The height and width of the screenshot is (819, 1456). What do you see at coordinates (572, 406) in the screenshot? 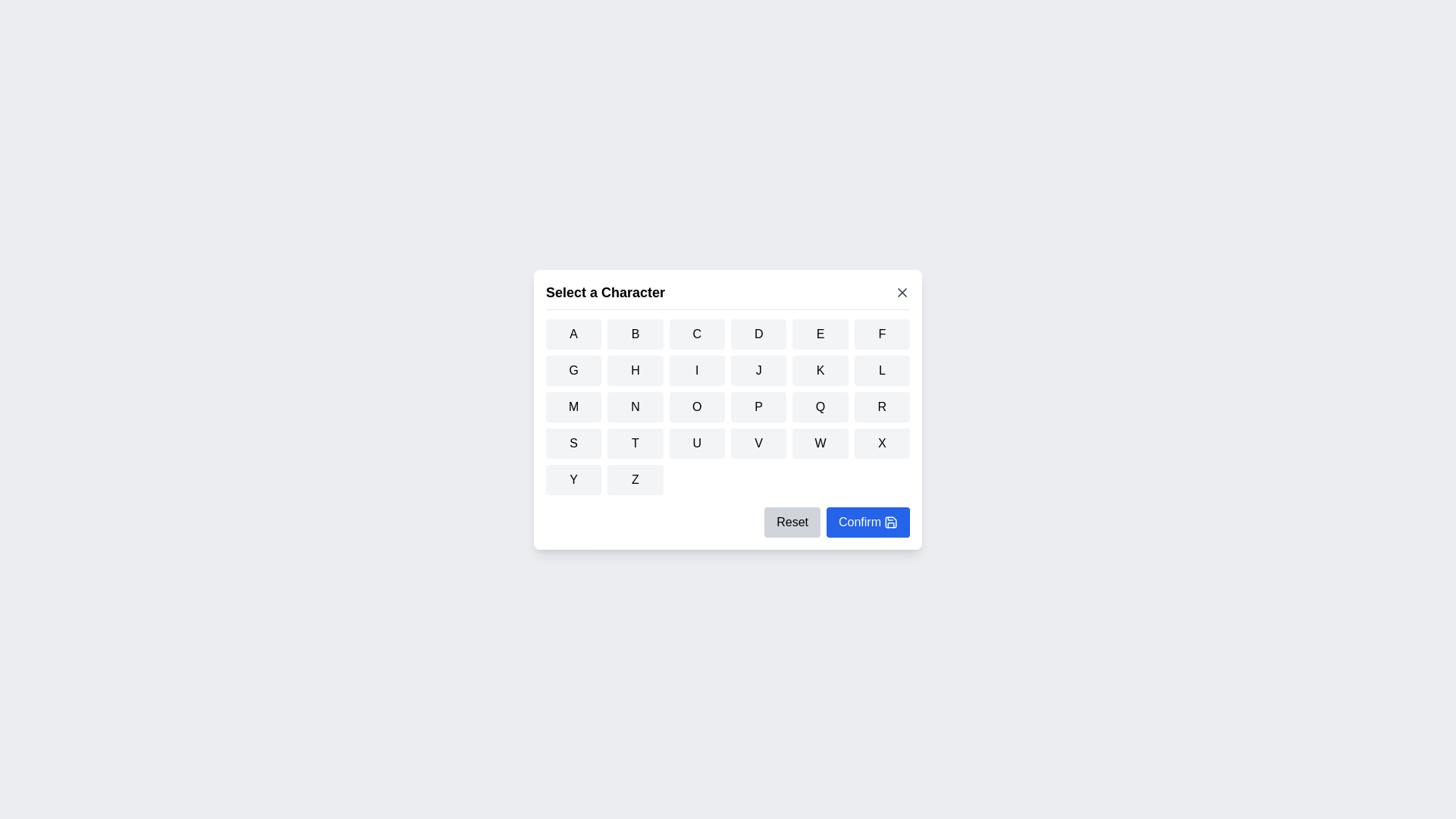
I see `the button corresponding to the character M to select it` at bounding box center [572, 406].